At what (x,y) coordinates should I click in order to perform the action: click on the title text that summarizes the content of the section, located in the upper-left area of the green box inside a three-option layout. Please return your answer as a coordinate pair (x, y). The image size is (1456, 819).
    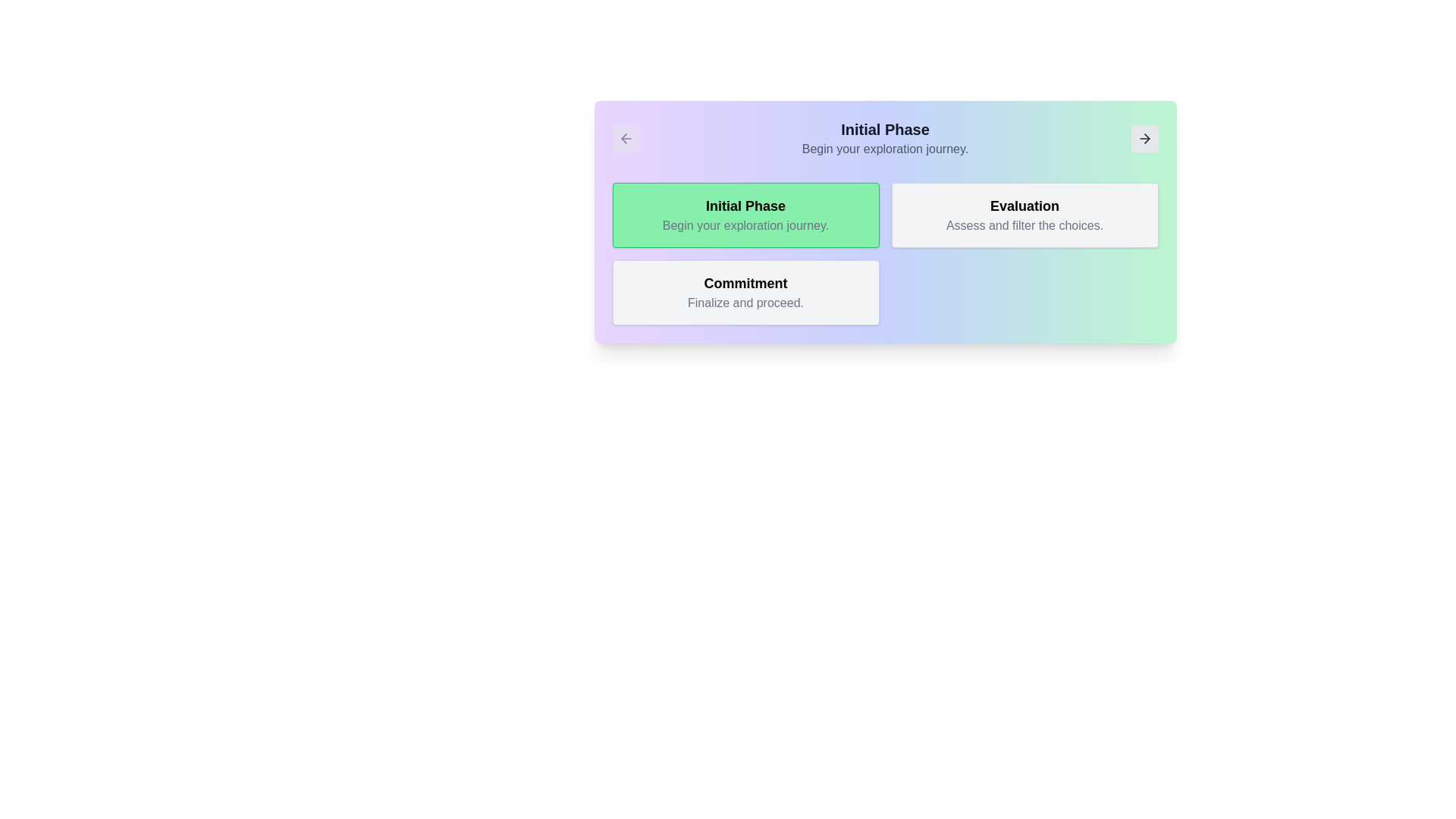
    Looking at the image, I should click on (745, 206).